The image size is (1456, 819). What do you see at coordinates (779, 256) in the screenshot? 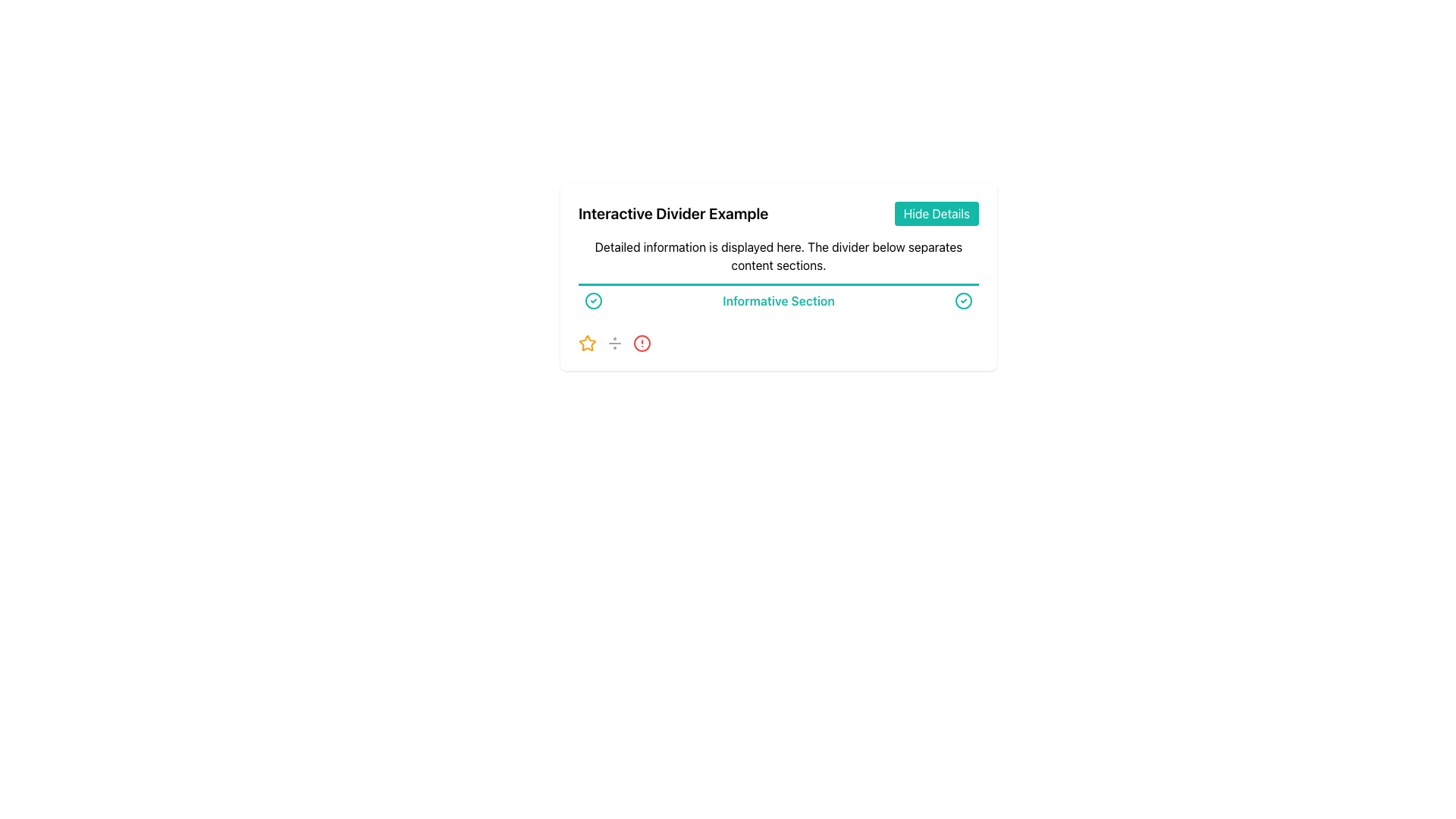
I see `the text block element containing the phrase 'Detailed information is displayed here. The divider below separates content sections.' positioned in the informational section above 'Informative Section.'` at bounding box center [779, 256].